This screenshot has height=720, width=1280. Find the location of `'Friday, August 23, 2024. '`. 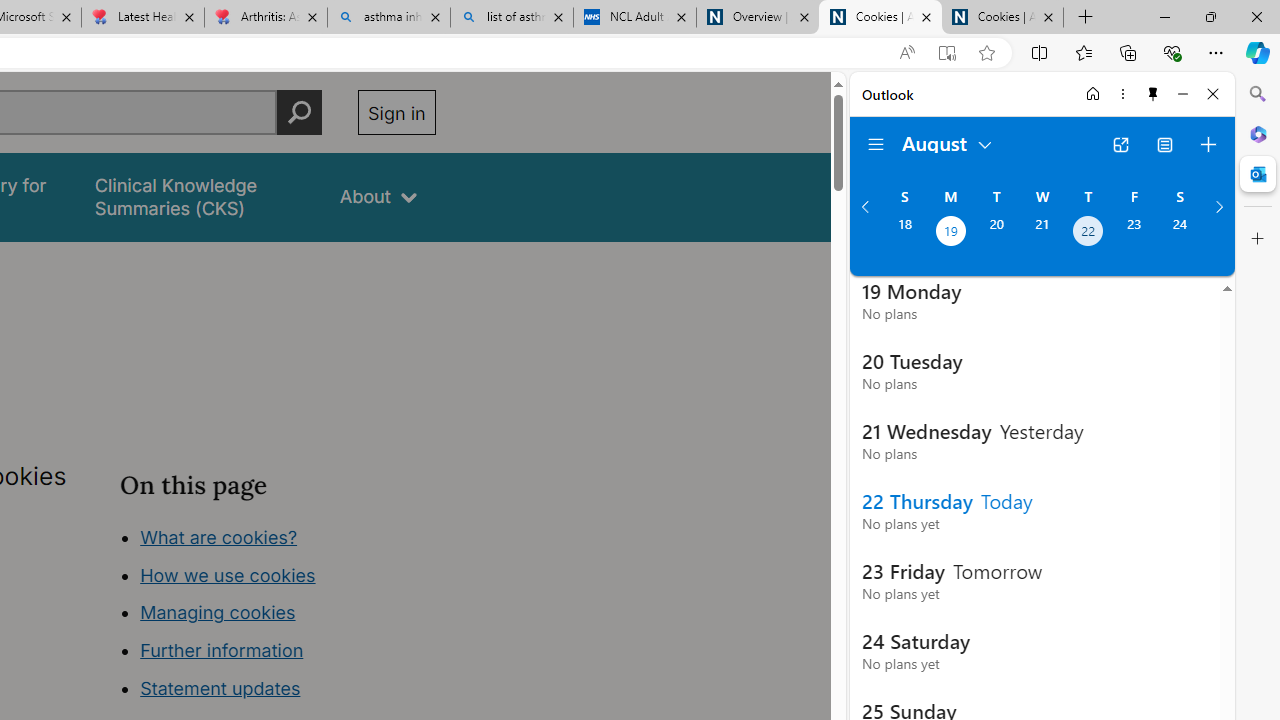

'Friday, August 23, 2024. ' is located at coordinates (1134, 232).